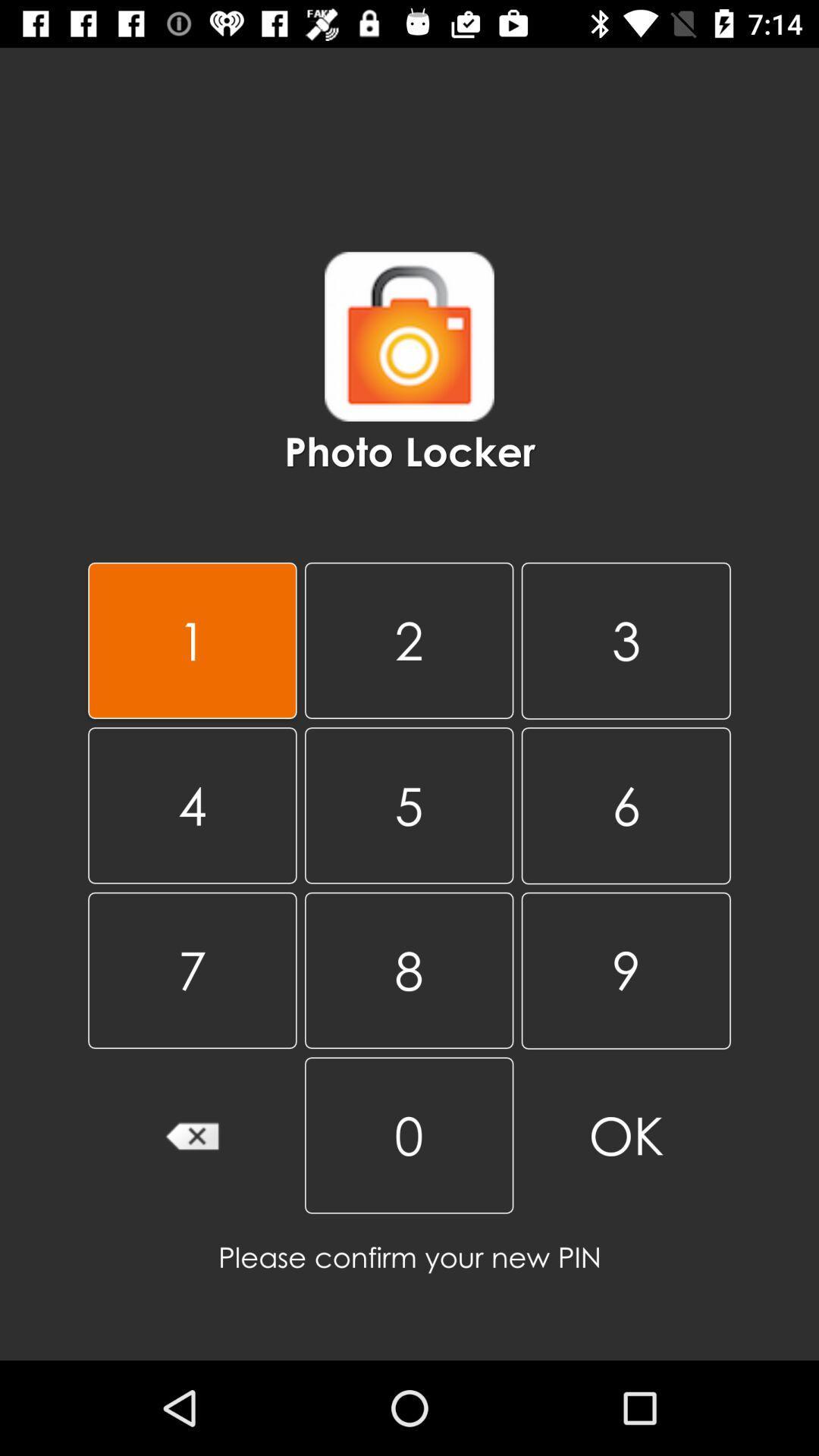  What do you see at coordinates (191, 1135) in the screenshot?
I see `delete` at bounding box center [191, 1135].